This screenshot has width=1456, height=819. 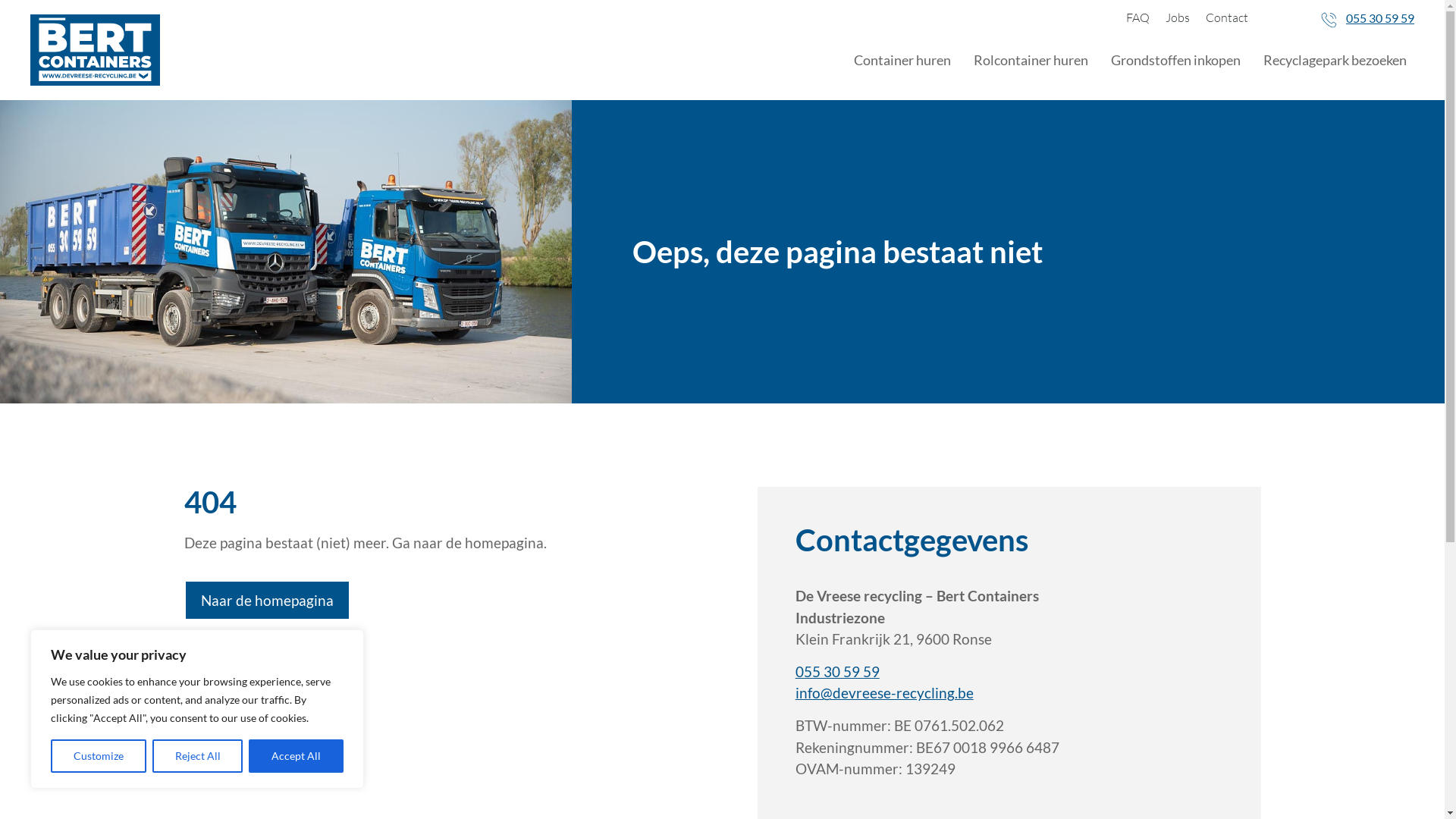 What do you see at coordinates (1177, 17) in the screenshot?
I see `'Jobs'` at bounding box center [1177, 17].